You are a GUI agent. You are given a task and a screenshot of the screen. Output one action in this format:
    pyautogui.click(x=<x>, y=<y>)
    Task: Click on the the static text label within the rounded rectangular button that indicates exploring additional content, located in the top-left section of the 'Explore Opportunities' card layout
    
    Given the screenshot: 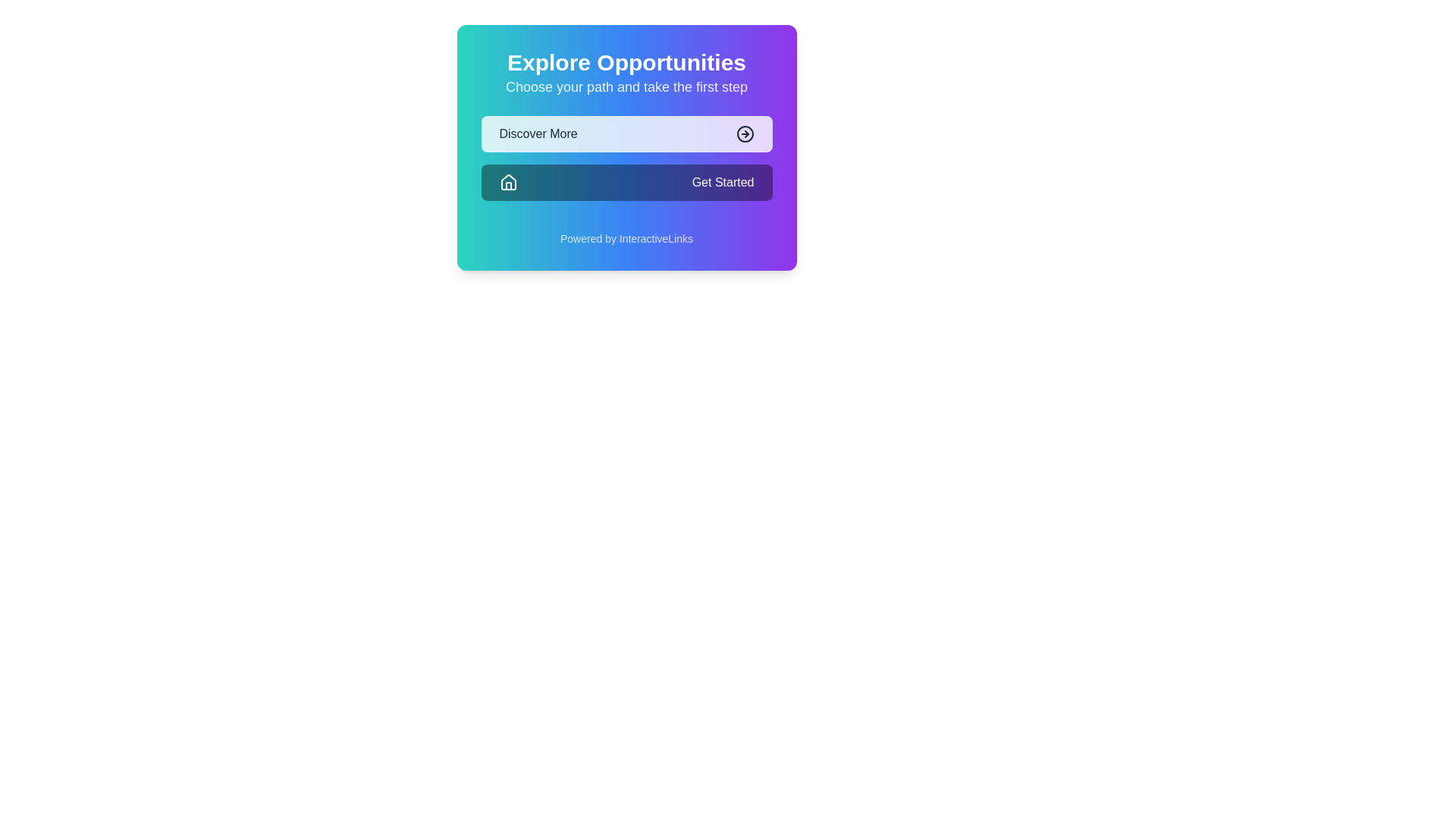 What is the action you would take?
    pyautogui.click(x=538, y=133)
    